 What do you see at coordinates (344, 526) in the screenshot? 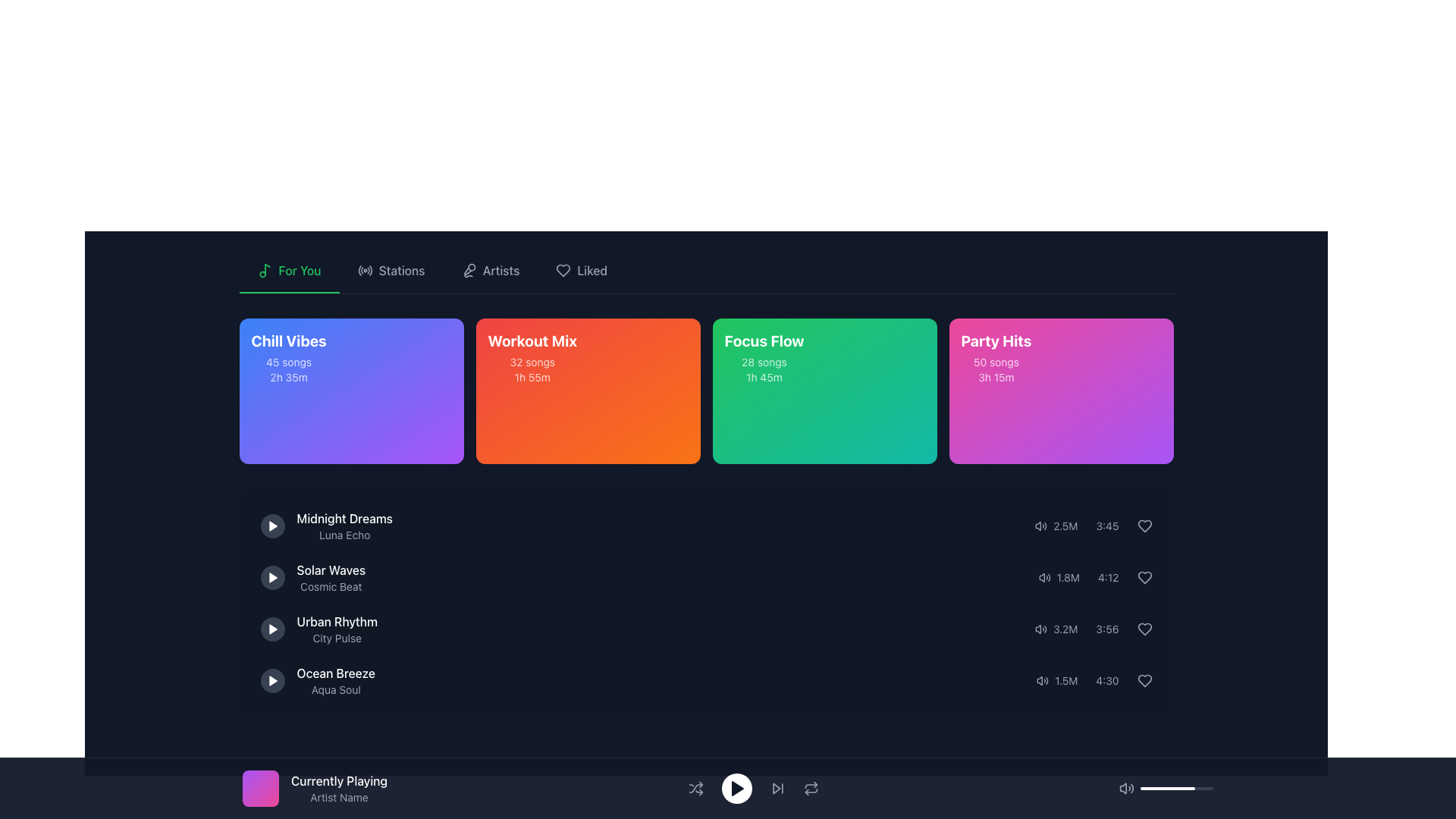
I see `the text label that reads 'Midnight Dreams' in white and 'Luna Echo' in gray, located to the right of a circular play button` at bounding box center [344, 526].